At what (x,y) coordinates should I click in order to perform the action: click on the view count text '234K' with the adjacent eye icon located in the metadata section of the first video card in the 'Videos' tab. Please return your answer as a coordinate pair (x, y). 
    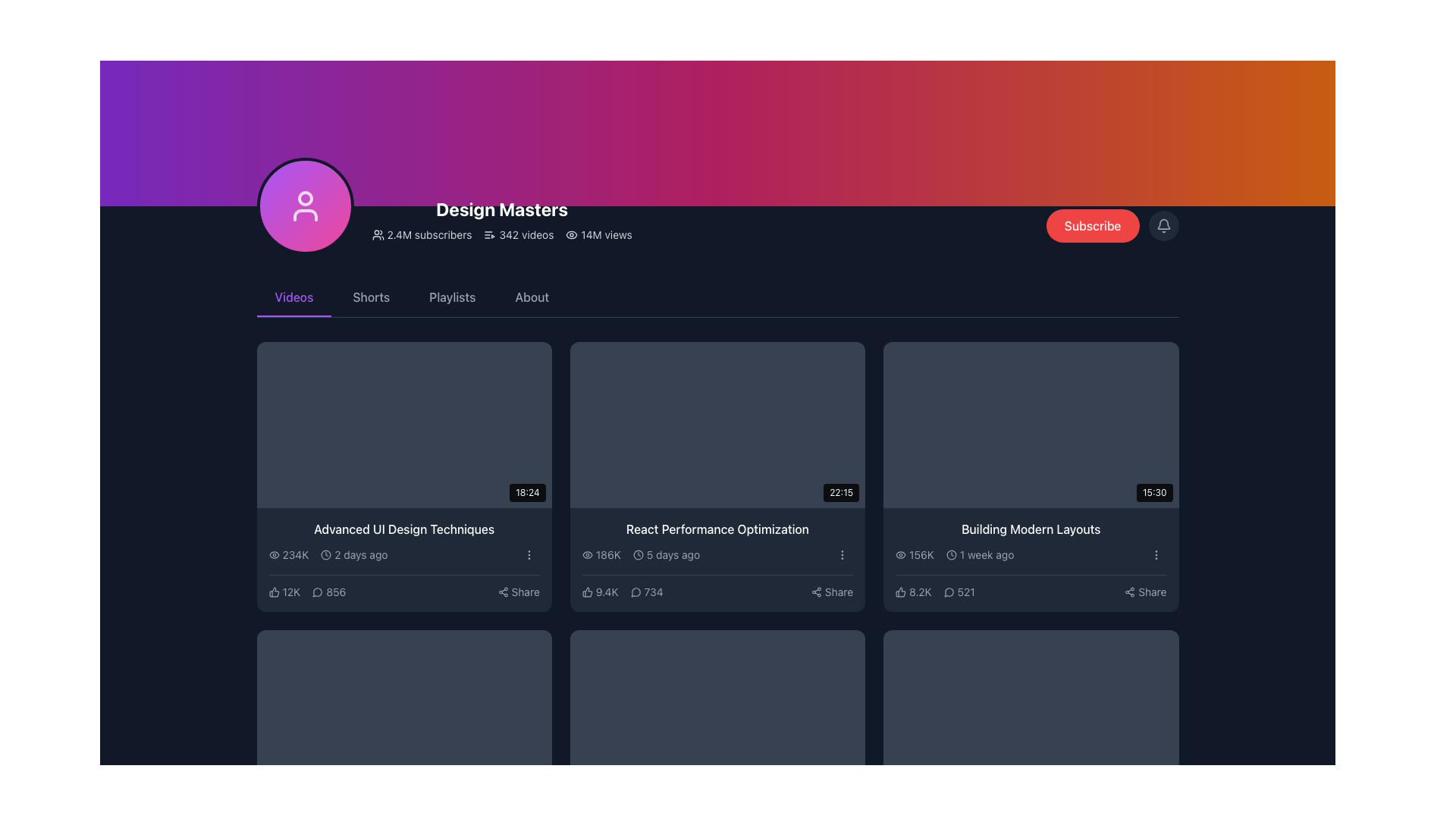
    Looking at the image, I should click on (288, 555).